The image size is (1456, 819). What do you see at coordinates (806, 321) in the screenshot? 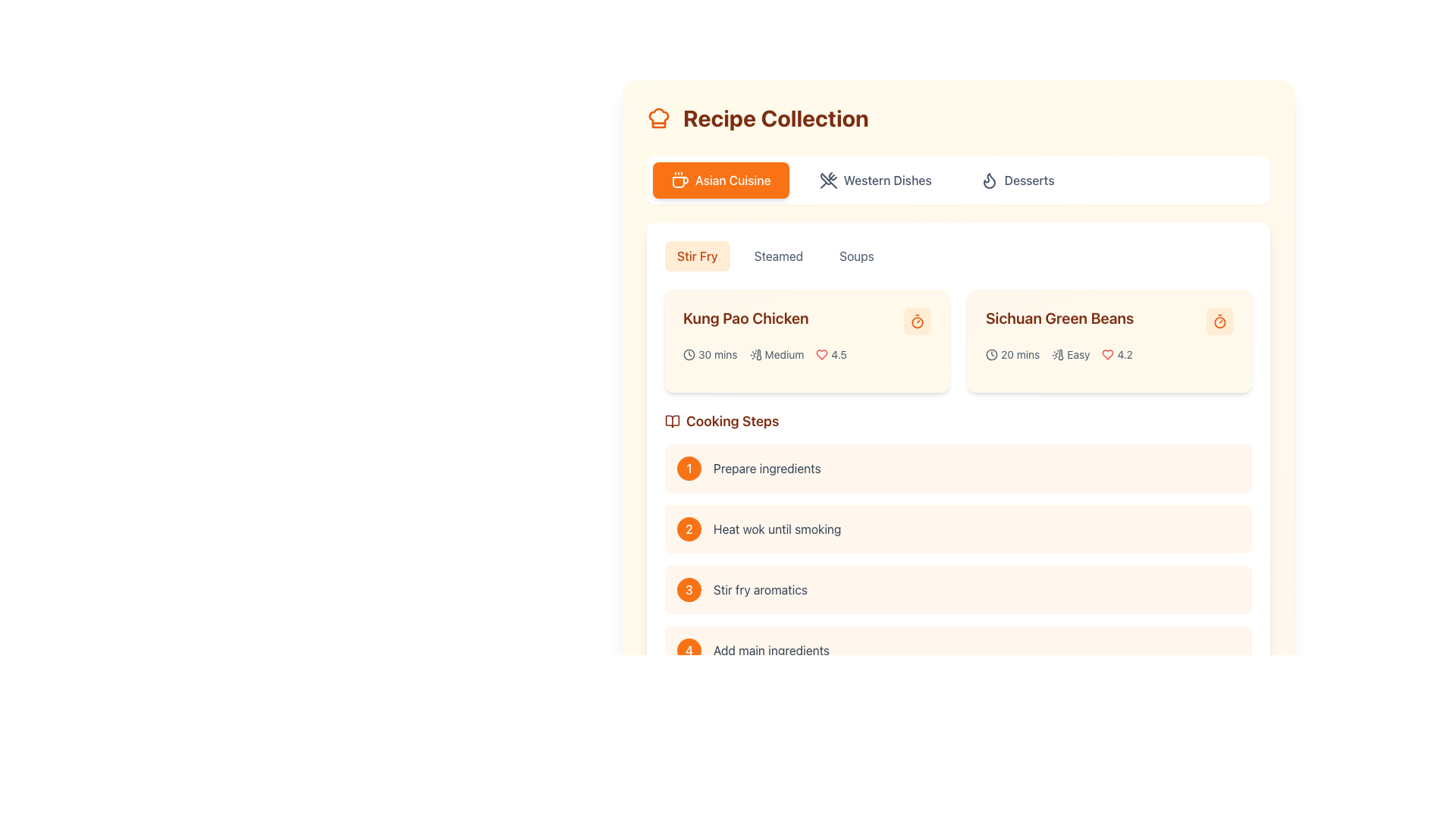
I see `the text label displaying the recipe name 'Kung Pao Chicken'` at bounding box center [806, 321].